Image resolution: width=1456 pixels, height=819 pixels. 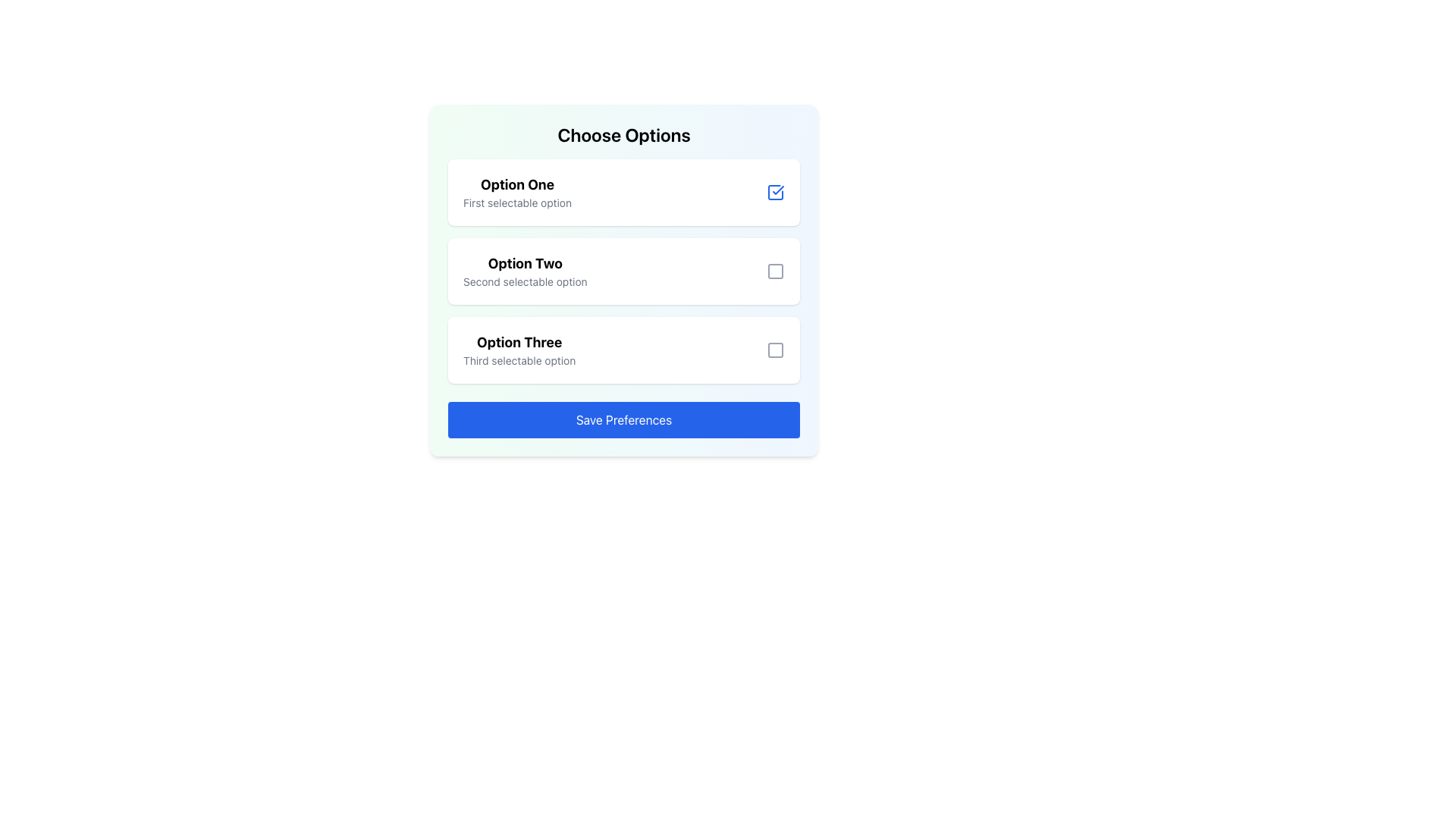 I want to click on the Decorative Icon or Indicator located to the right of the 'Option Two' label in the second row of the interface, so click(x=775, y=271).